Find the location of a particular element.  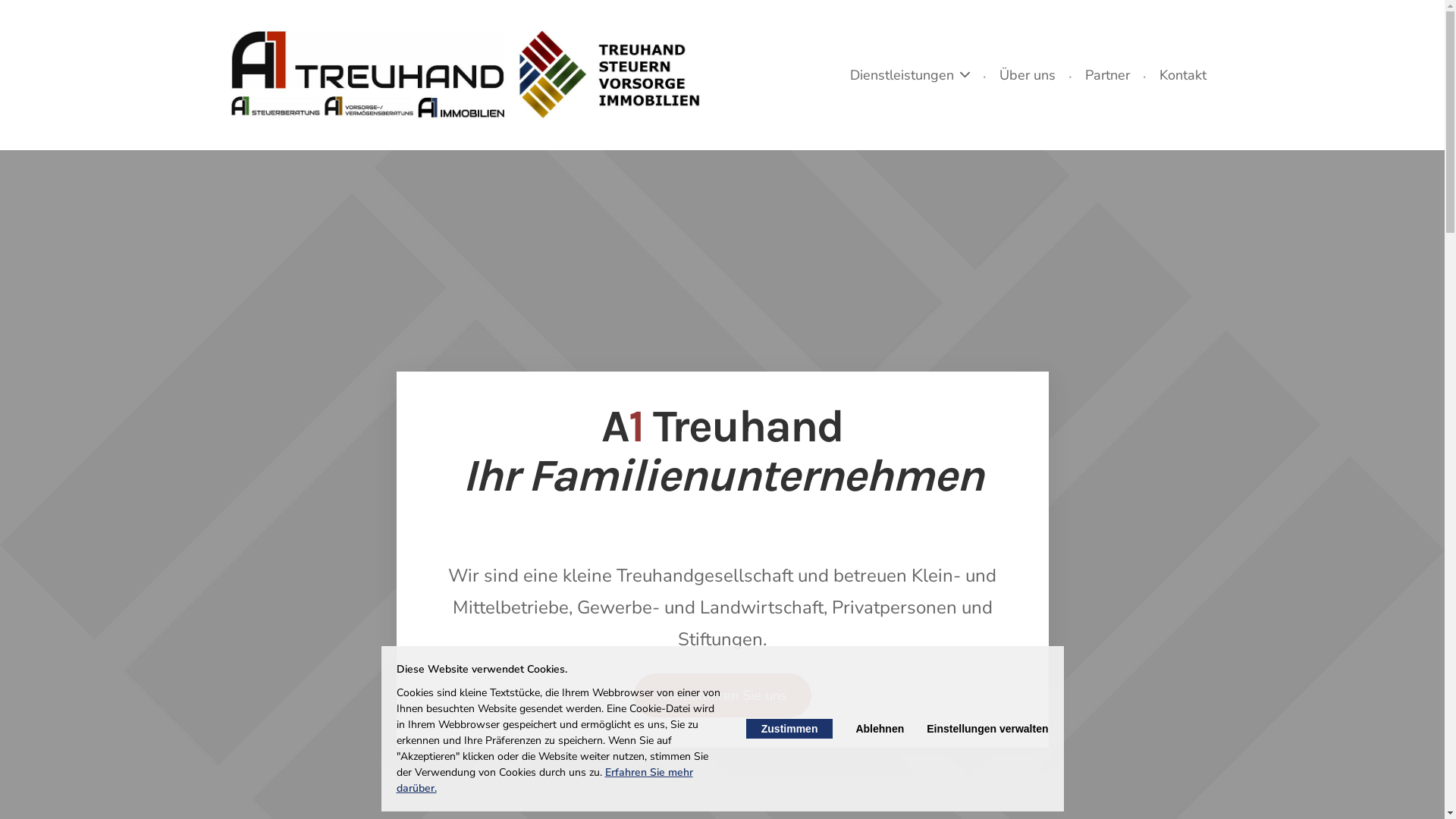

'Ablehnen' is located at coordinates (880, 727).